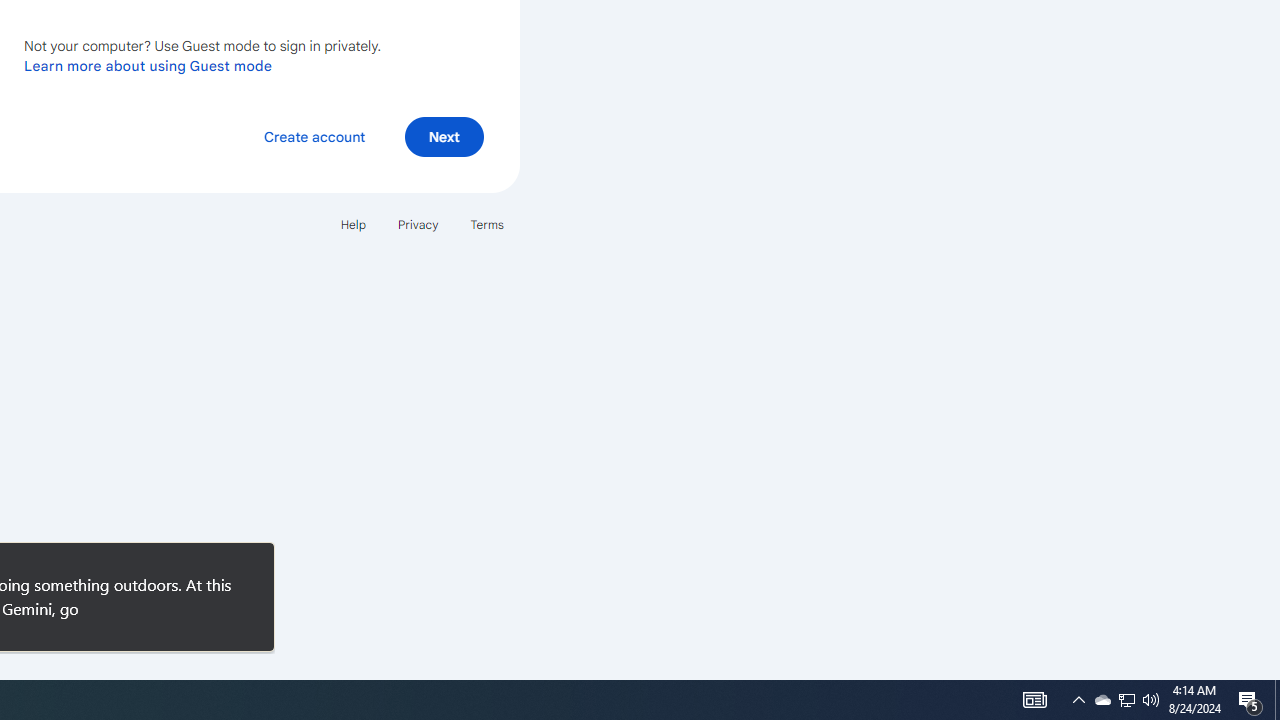 The width and height of the screenshot is (1280, 720). I want to click on 'Create account', so click(313, 135).